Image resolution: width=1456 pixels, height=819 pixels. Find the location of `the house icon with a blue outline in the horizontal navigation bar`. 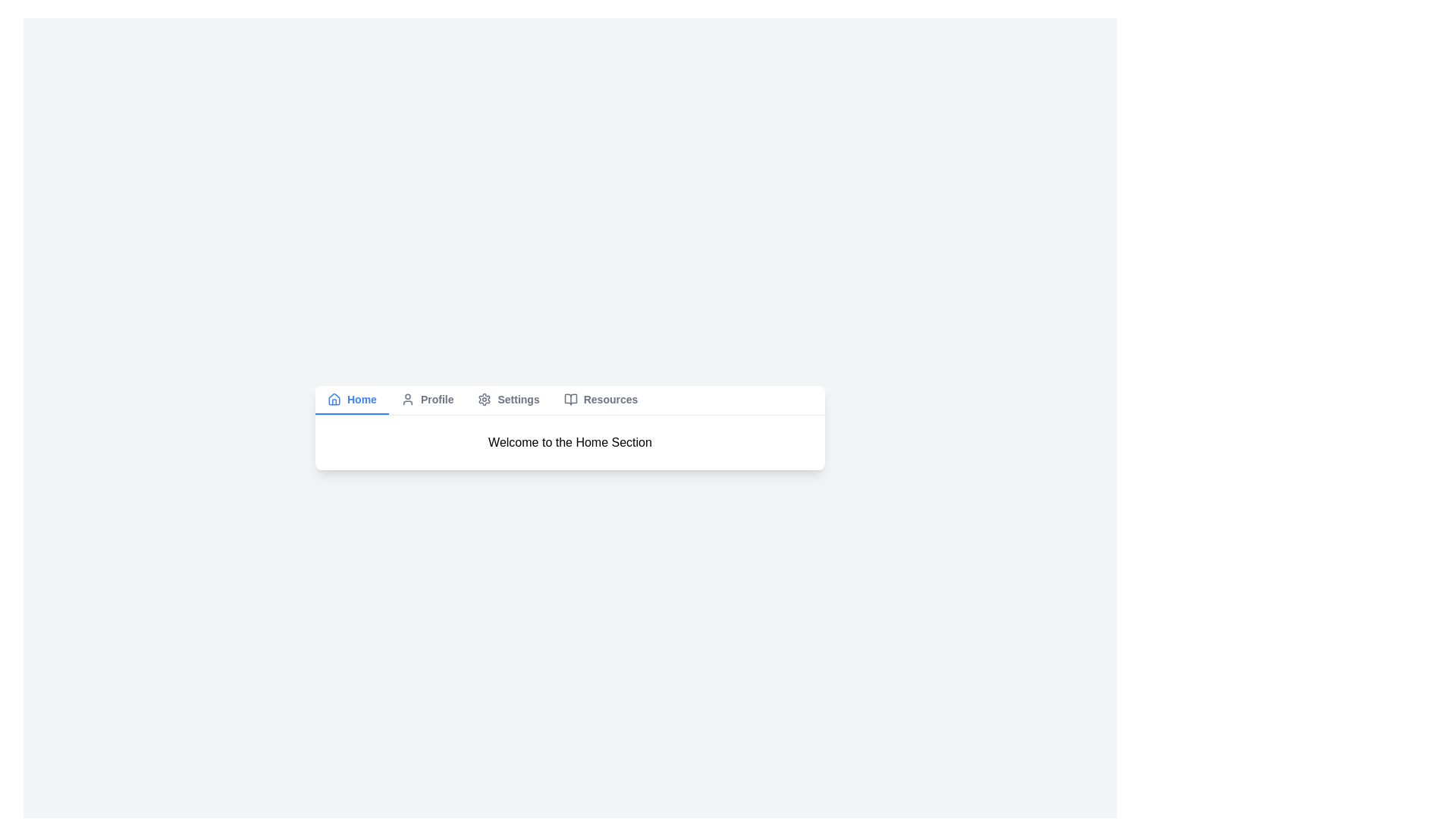

the house icon with a blue outline in the horizontal navigation bar is located at coordinates (334, 398).